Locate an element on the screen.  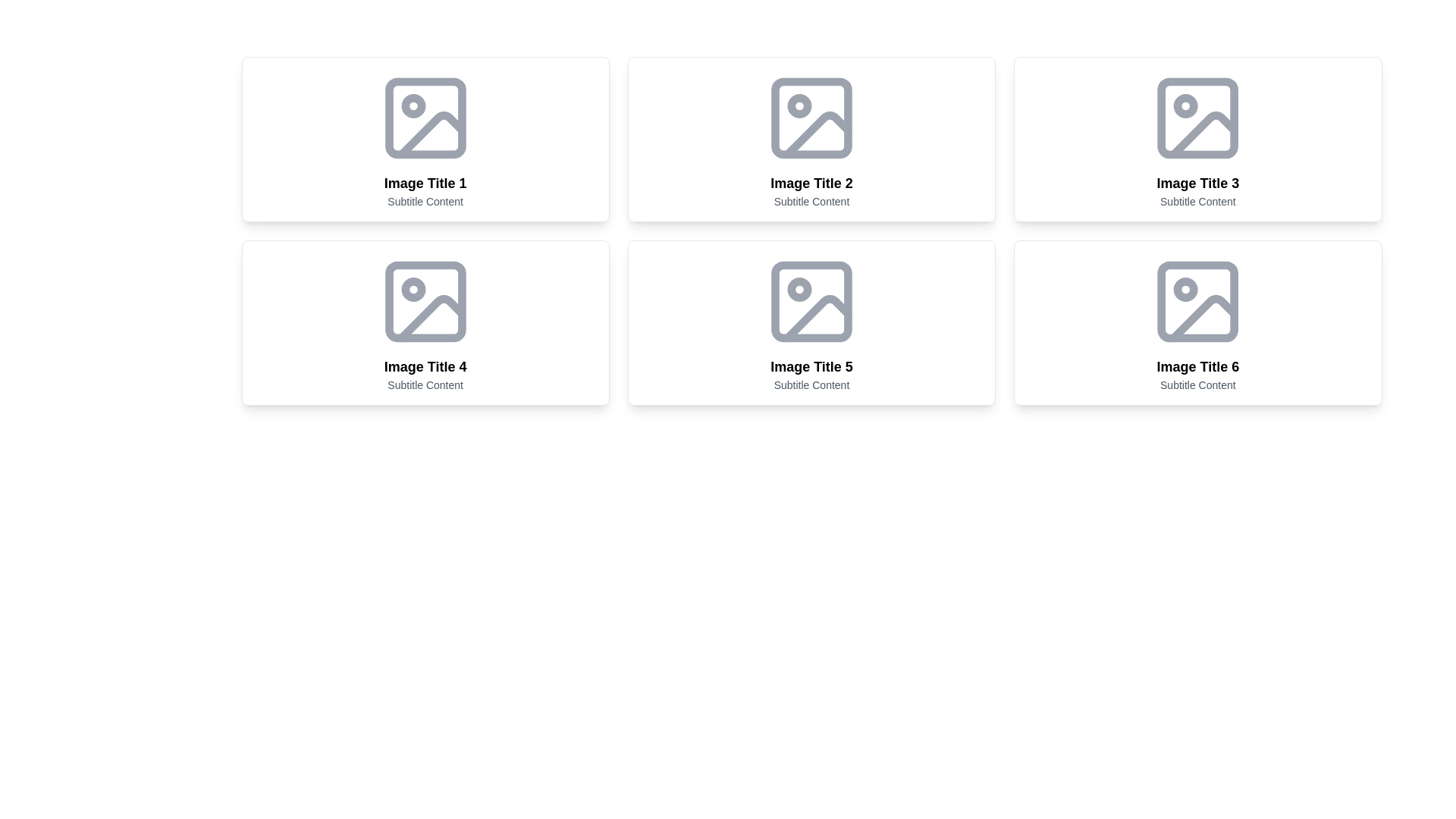
the decorative icon located at the bottom-right corner of the image placeholder titled 'Image Title 2' is located at coordinates (817, 134).